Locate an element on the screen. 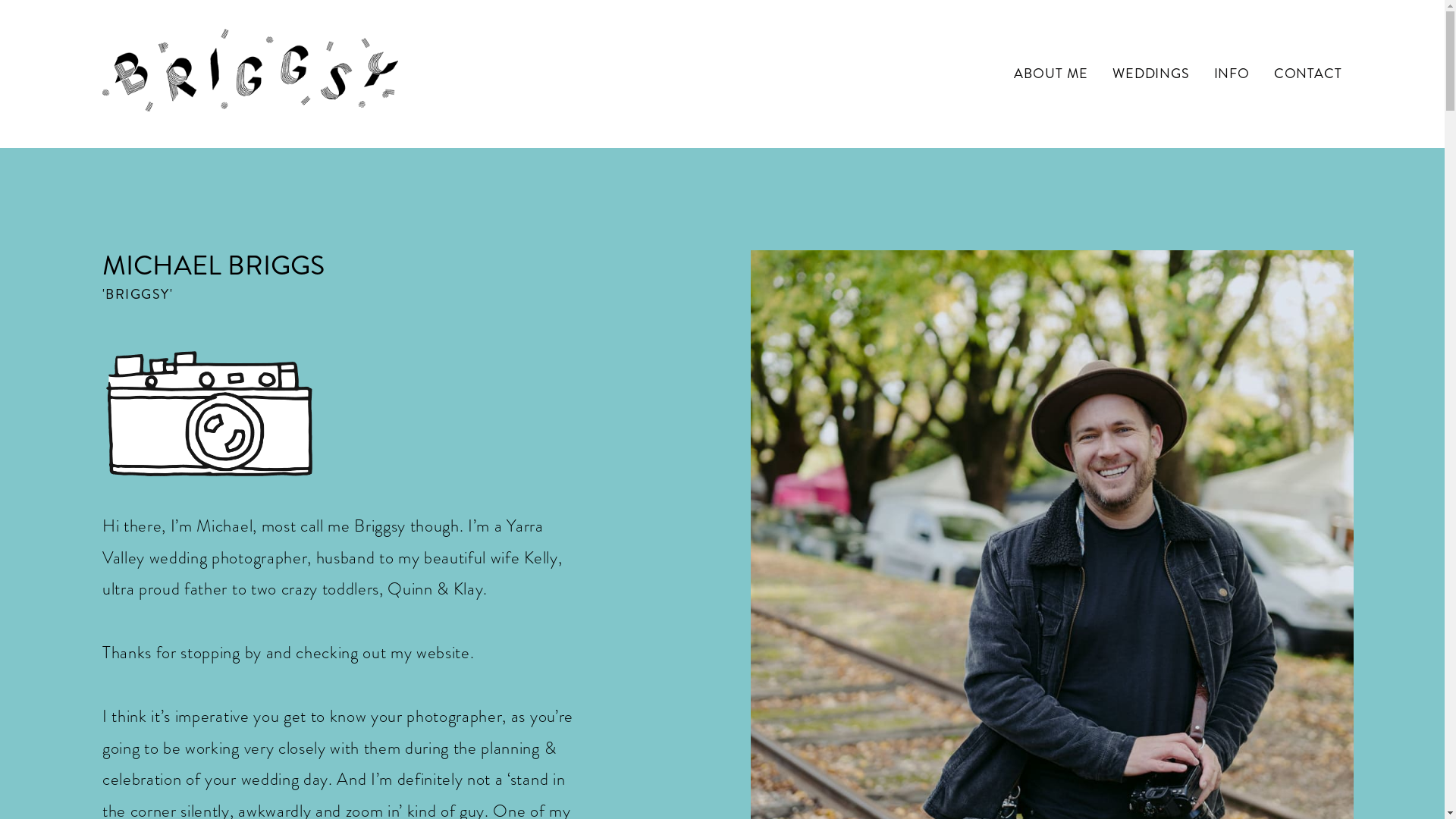 The width and height of the screenshot is (1456, 819). 'CONTACT' is located at coordinates (1307, 74).